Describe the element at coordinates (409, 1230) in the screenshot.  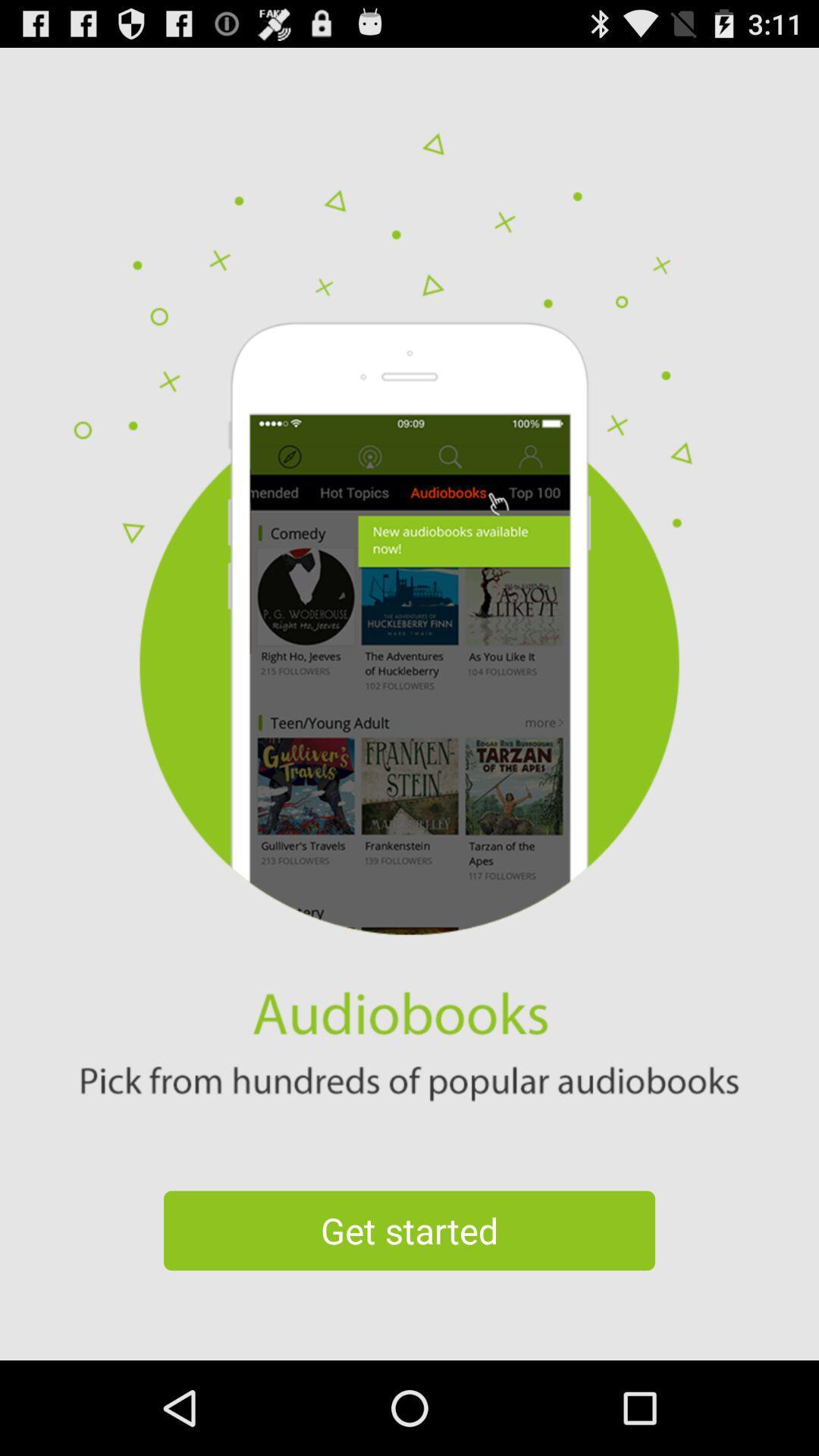
I see `the icon at the bottom` at that location.